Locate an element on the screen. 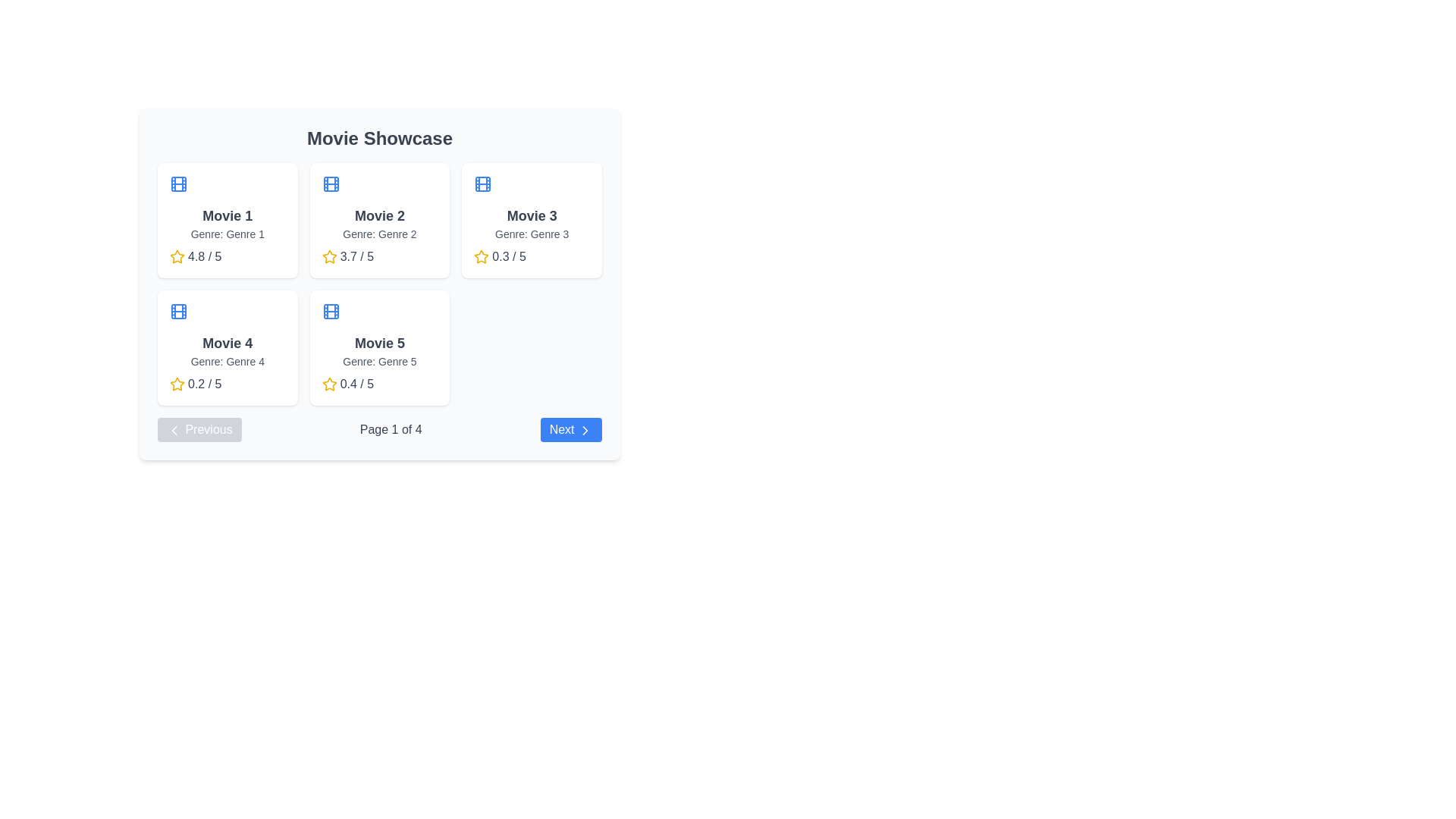 The height and width of the screenshot is (819, 1456). the chevron icon located within the 'Next' button at the bottom-right corner of the interface is located at coordinates (585, 430).